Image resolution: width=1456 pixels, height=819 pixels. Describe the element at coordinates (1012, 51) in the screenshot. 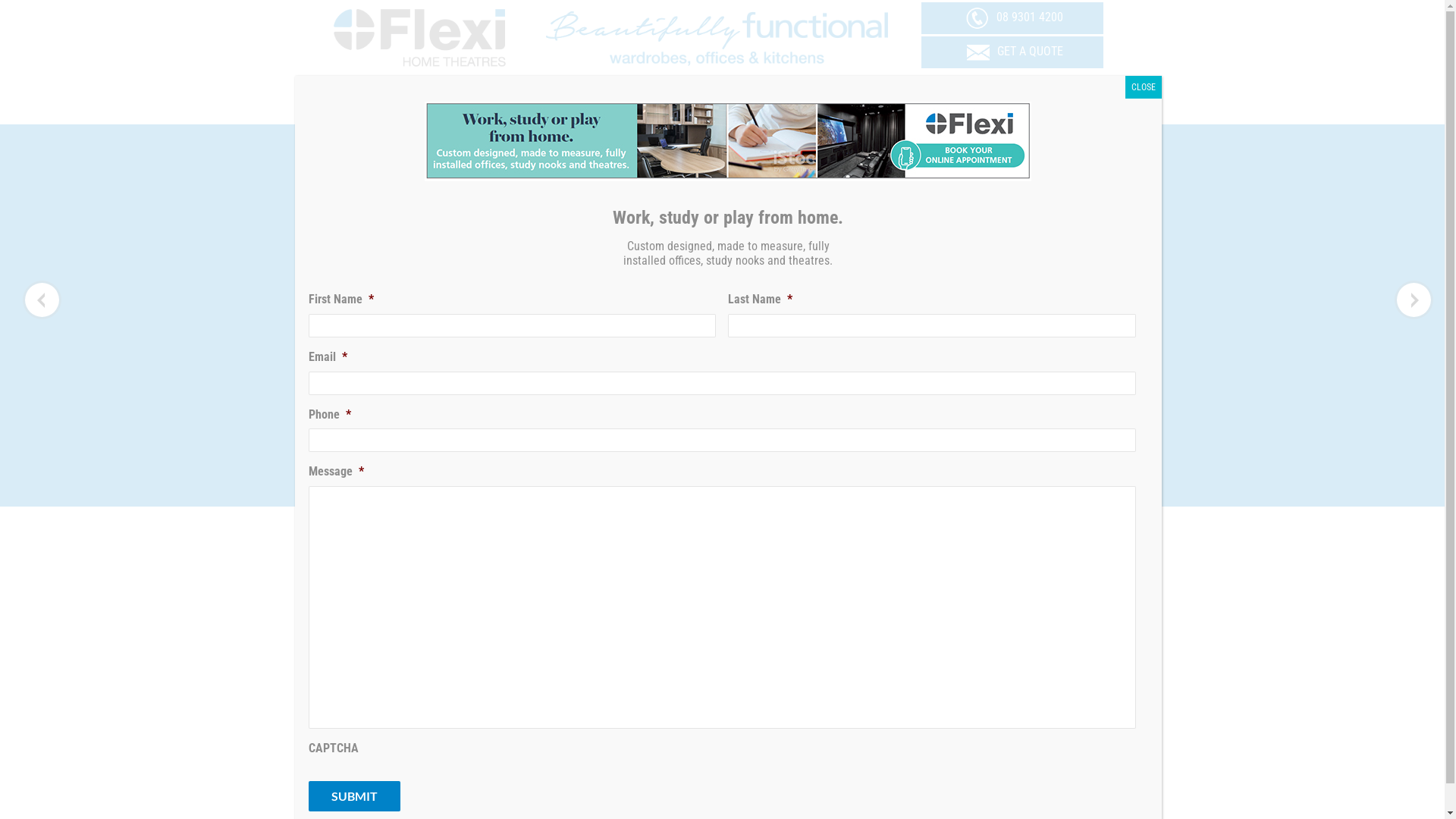

I see `'GET A QUOTE'` at that location.